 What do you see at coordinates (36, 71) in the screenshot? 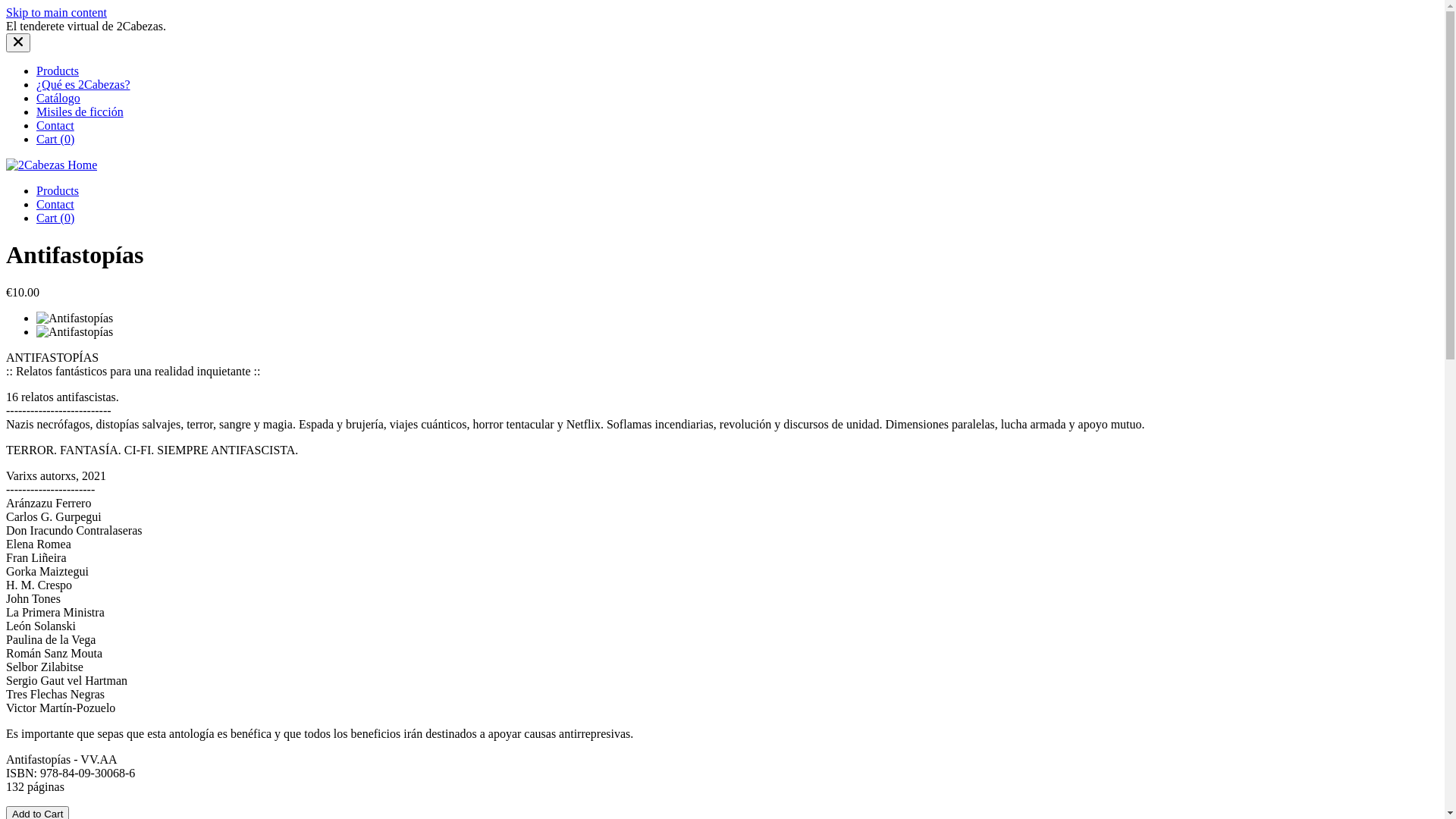
I see `'Products'` at bounding box center [36, 71].